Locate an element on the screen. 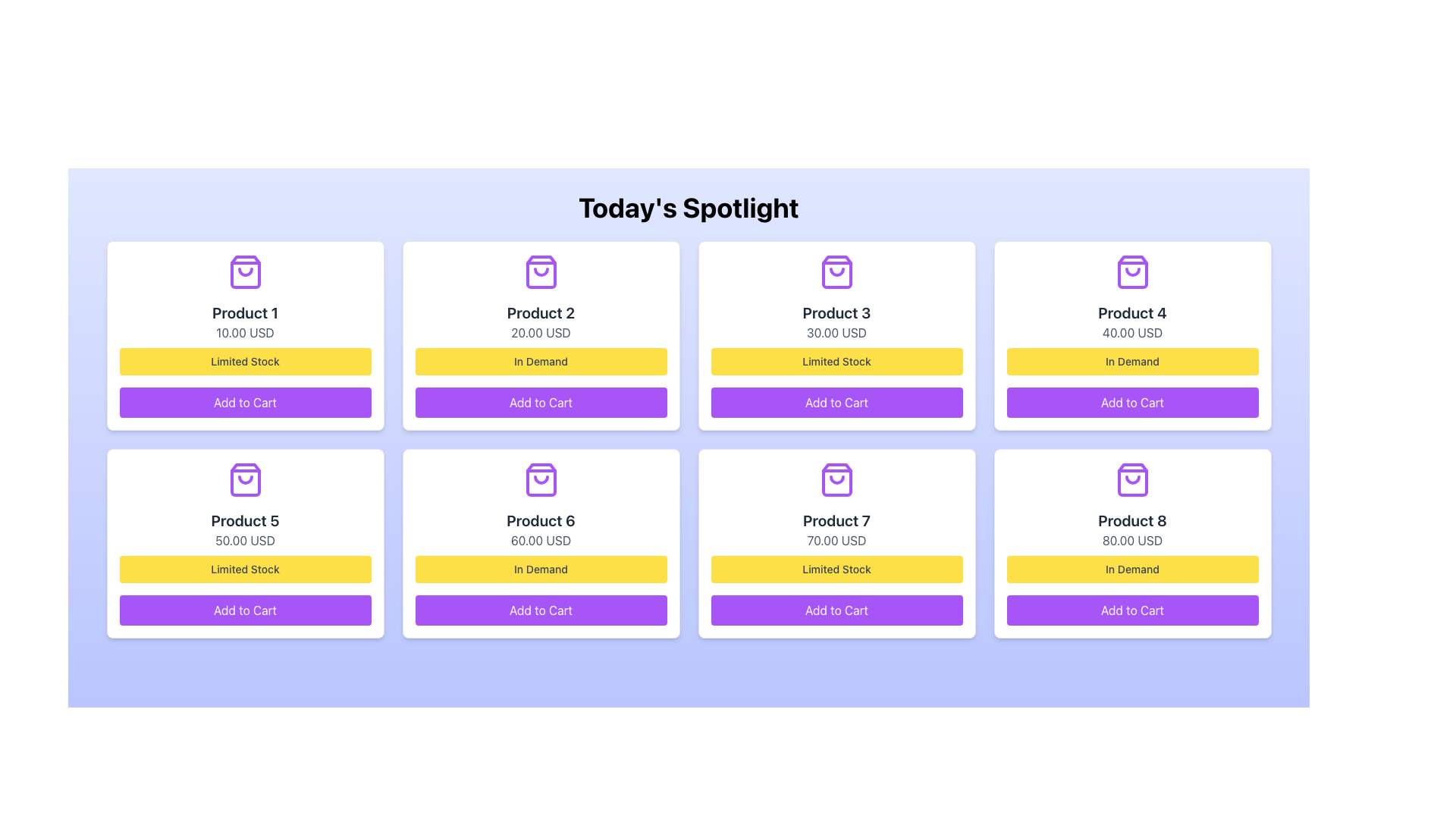 The image size is (1456, 819). the prominent purple rectangular button labeled 'Add to Cart' at the bottom of the product card for 'Product 5 50.00 USD Limited Stock' is located at coordinates (245, 610).